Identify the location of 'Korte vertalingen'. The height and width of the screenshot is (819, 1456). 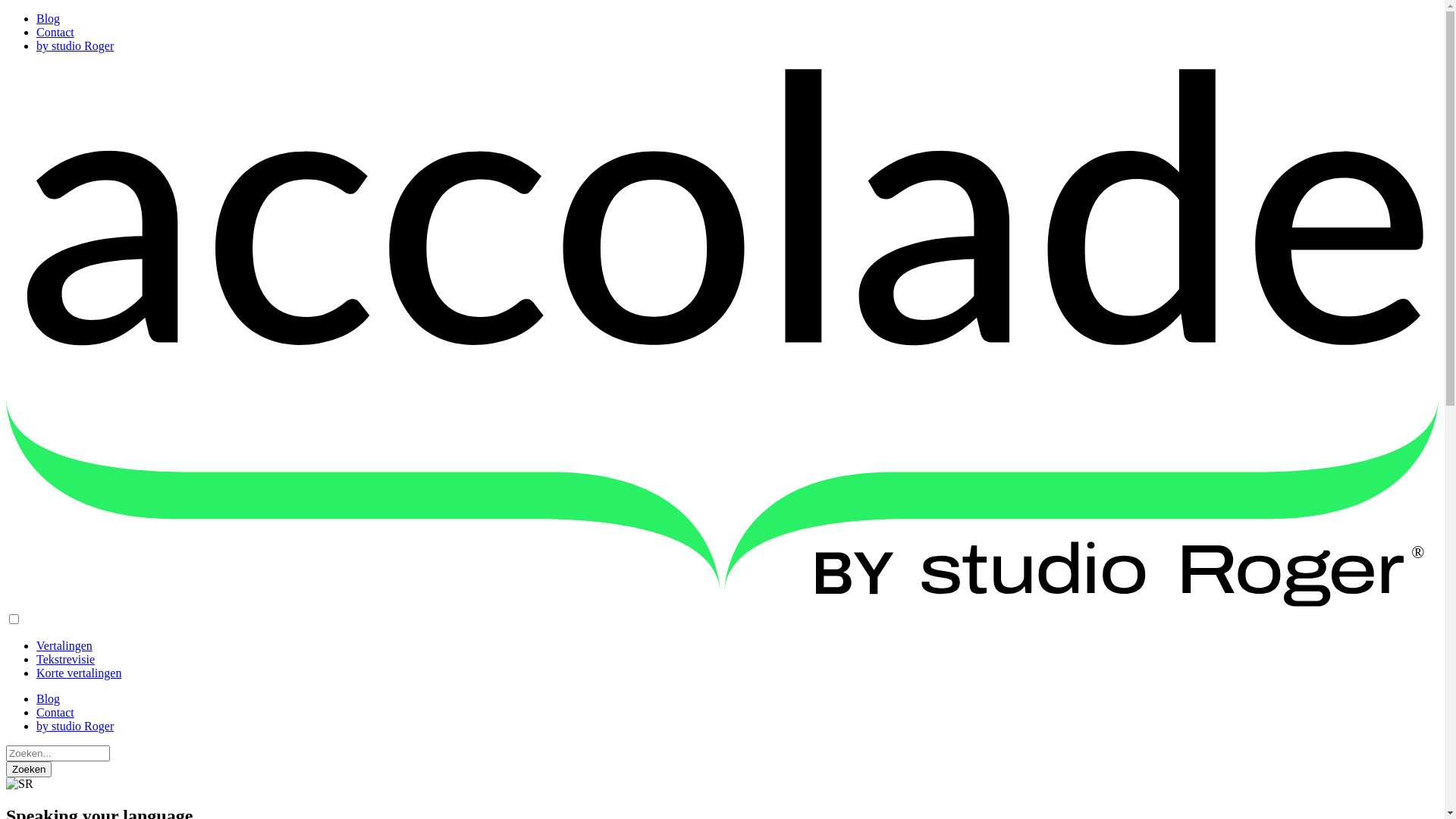
(78, 672).